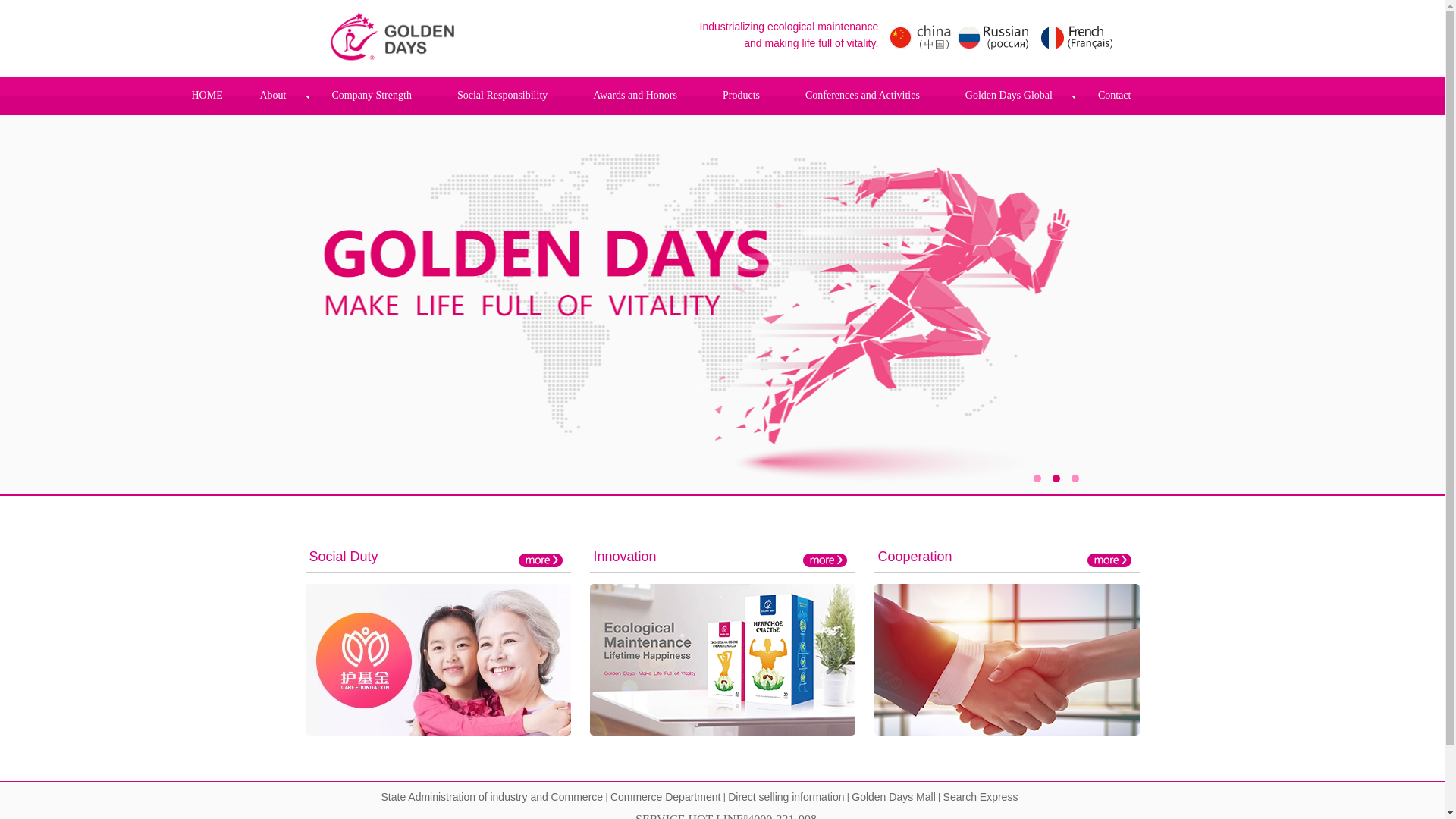  Describe the element at coordinates (272, 96) in the screenshot. I see `'About'` at that location.